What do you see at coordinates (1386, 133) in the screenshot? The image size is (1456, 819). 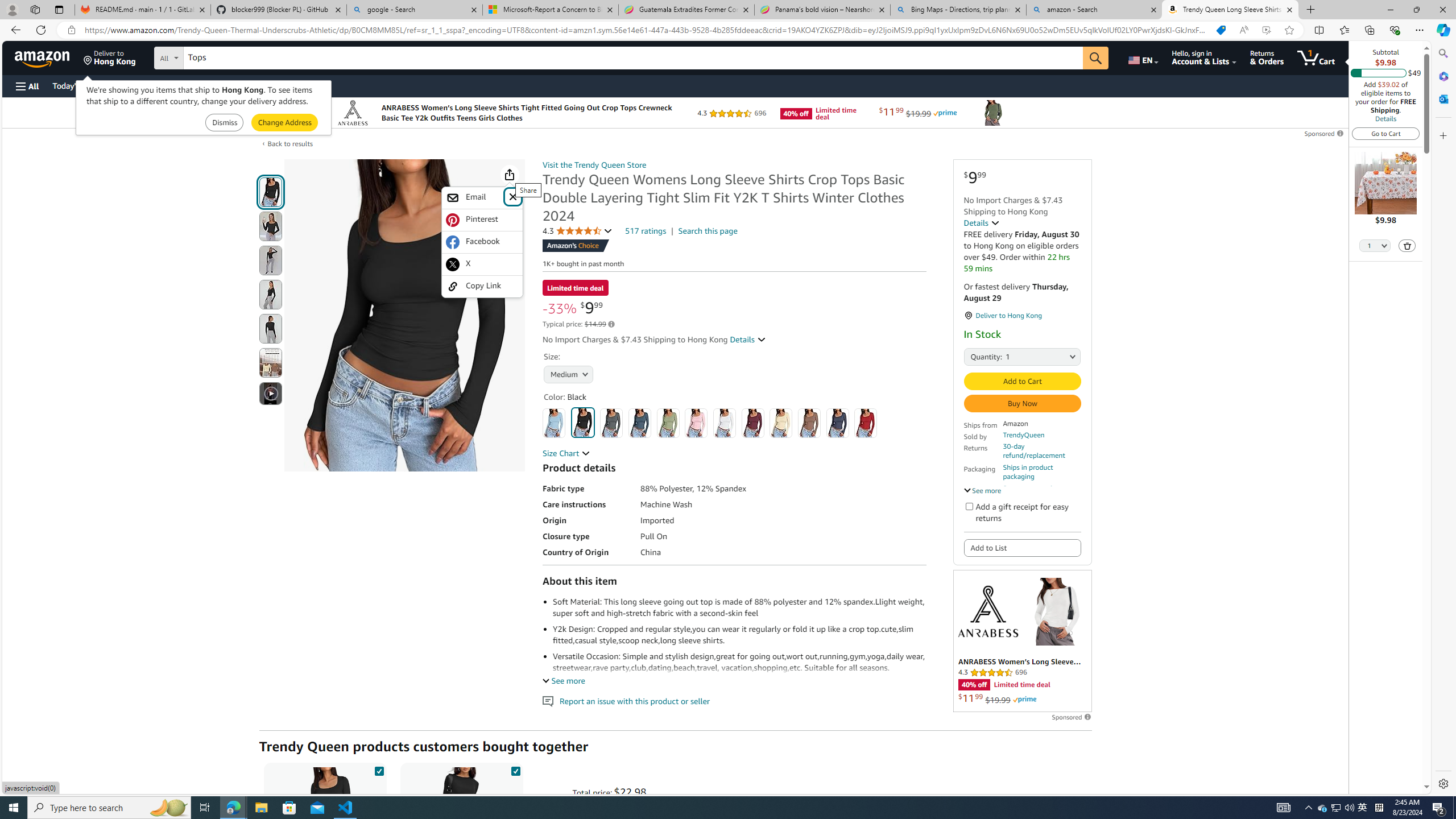 I see `'Go to Cart'` at bounding box center [1386, 133].